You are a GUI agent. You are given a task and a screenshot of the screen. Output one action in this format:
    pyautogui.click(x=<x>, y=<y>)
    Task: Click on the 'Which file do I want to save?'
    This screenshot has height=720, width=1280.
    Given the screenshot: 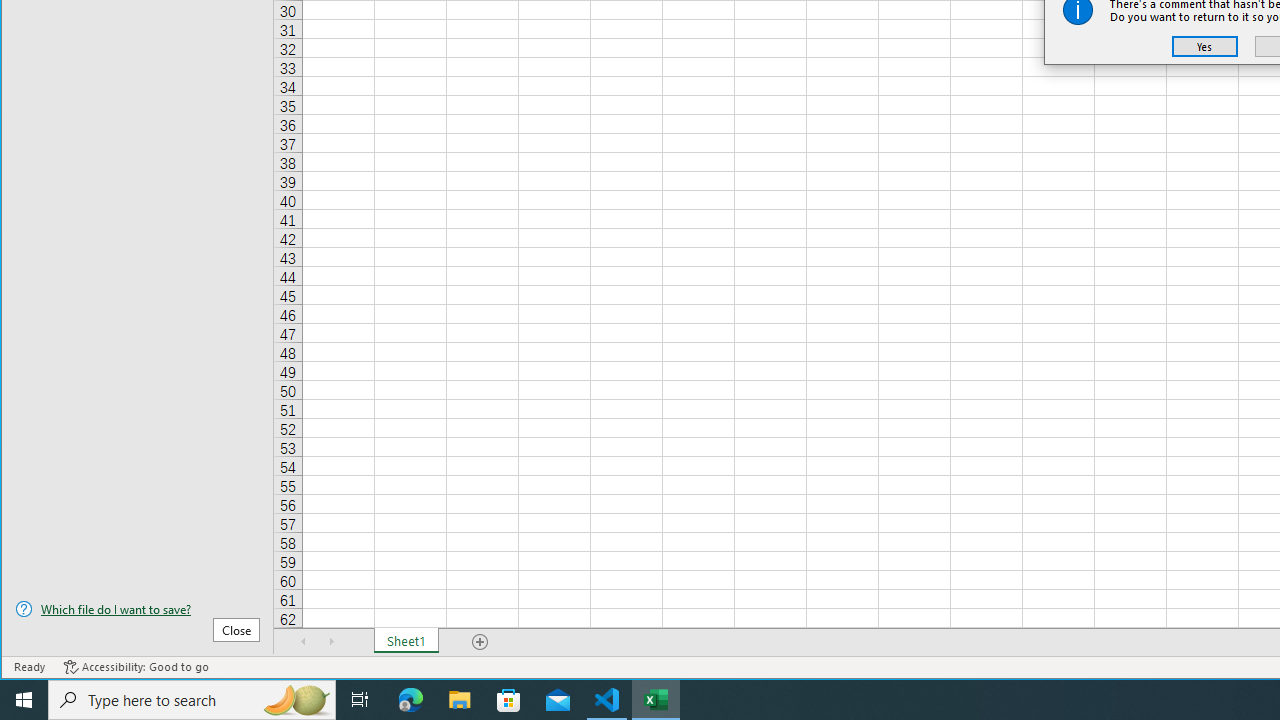 What is the action you would take?
    pyautogui.click(x=136, y=608)
    